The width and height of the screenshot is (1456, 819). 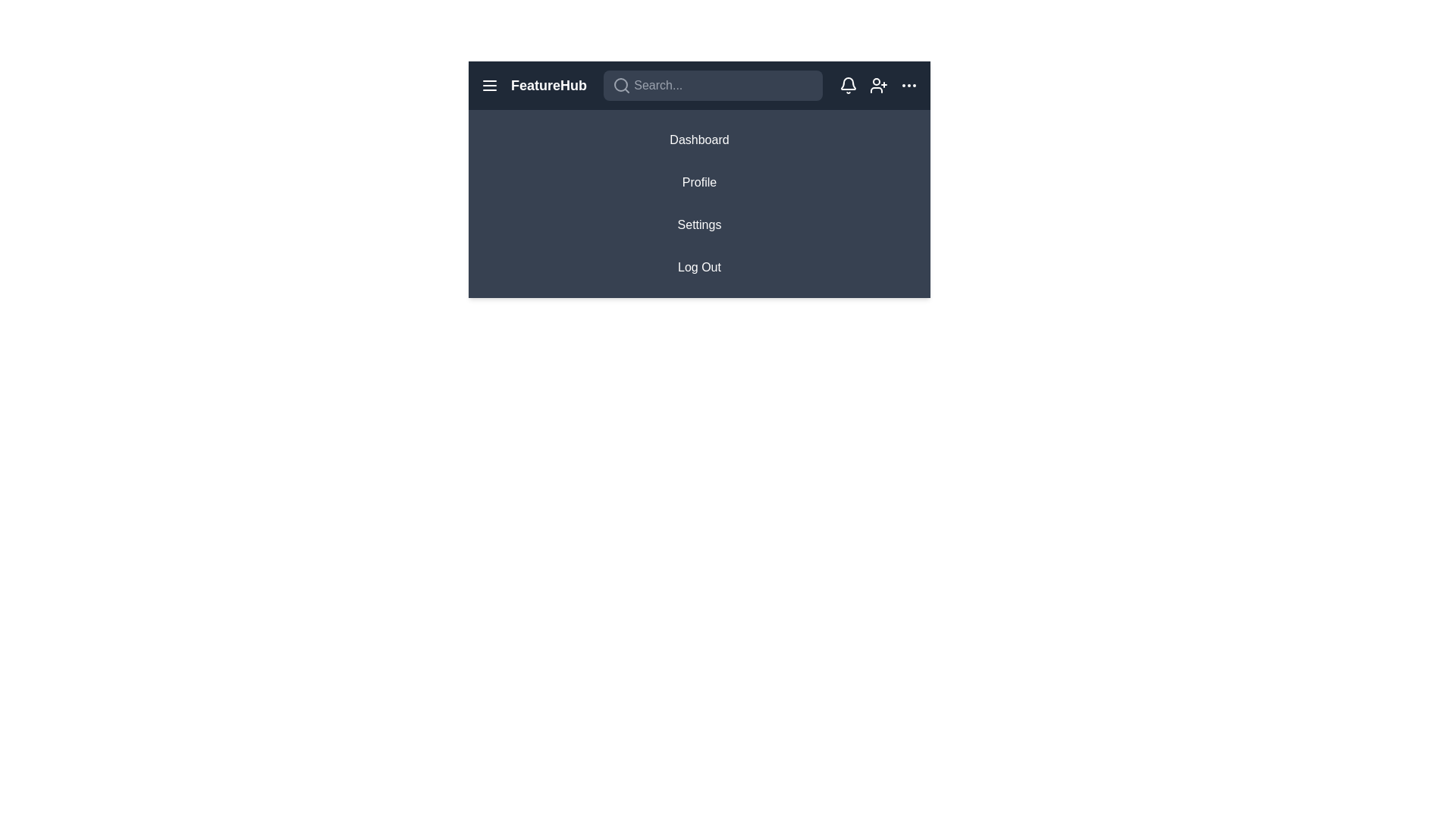 What do you see at coordinates (698, 181) in the screenshot?
I see `the 'Profile' button, which is the second button in a vertical list of four buttons (Dashboard, Profile, Settings, Log Out), to receive visual feedback` at bounding box center [698, 181].